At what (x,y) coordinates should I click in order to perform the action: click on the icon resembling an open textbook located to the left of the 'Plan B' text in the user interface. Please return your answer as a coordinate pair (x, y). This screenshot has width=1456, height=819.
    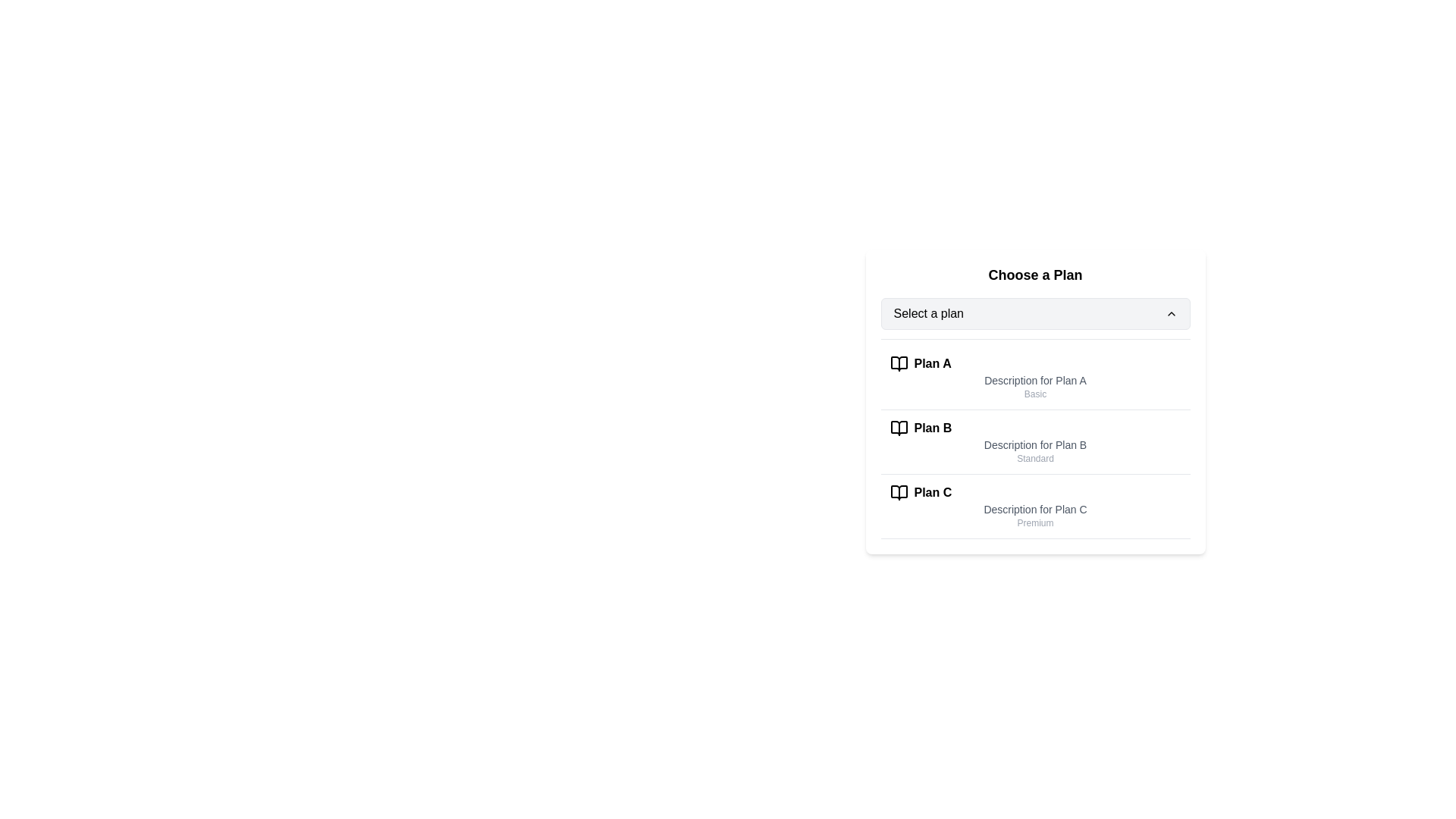
    Looking at the image, I should click on (899, 428).